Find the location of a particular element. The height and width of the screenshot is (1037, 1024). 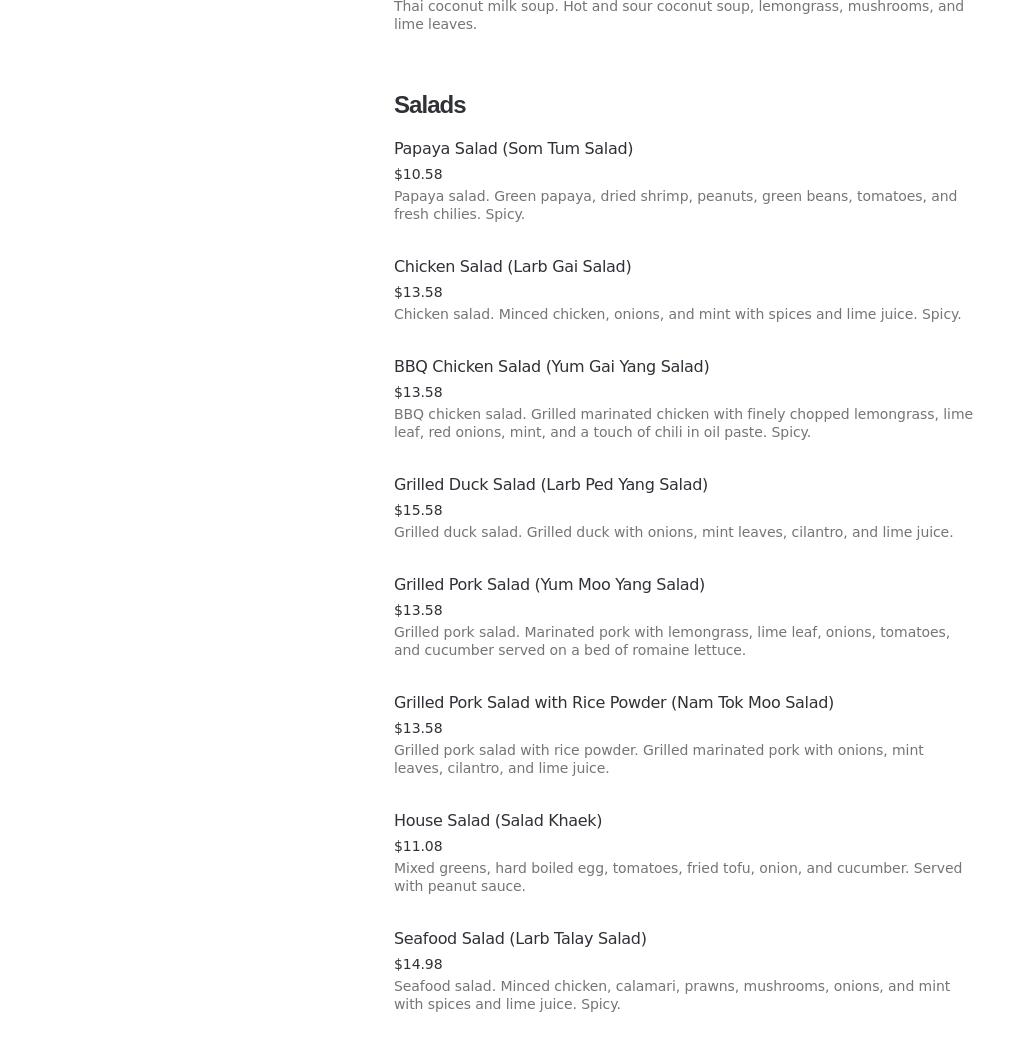

'Grilled pork salad. Marinated pork with lemongrass, lime leaf, onions, tomatoes, and cucumber served on a bed of romaine lettuce.' is located at coordinates (670, 640).